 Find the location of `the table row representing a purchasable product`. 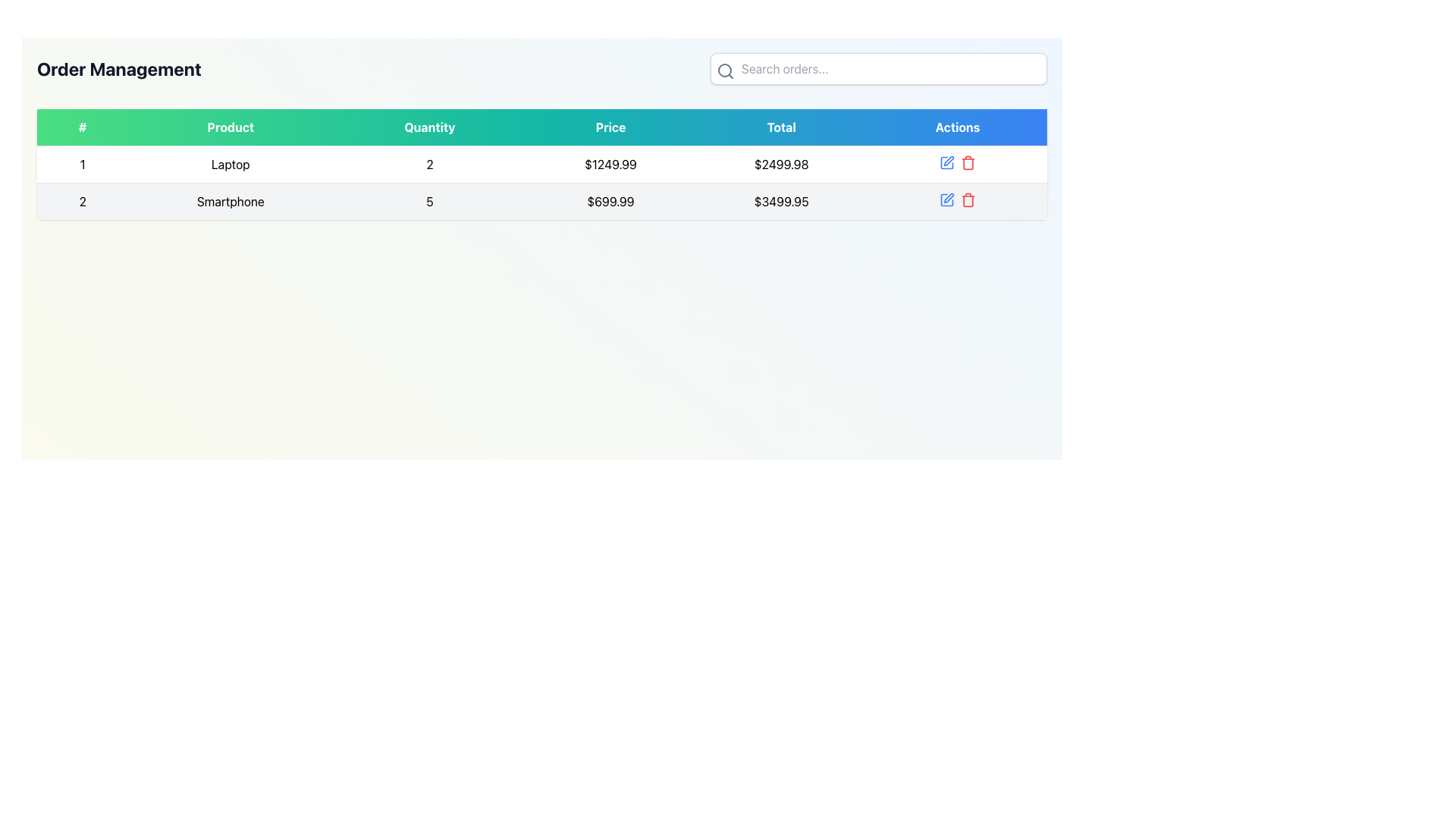

the table row representing a purchasable product is located at coordinates (542, 164).